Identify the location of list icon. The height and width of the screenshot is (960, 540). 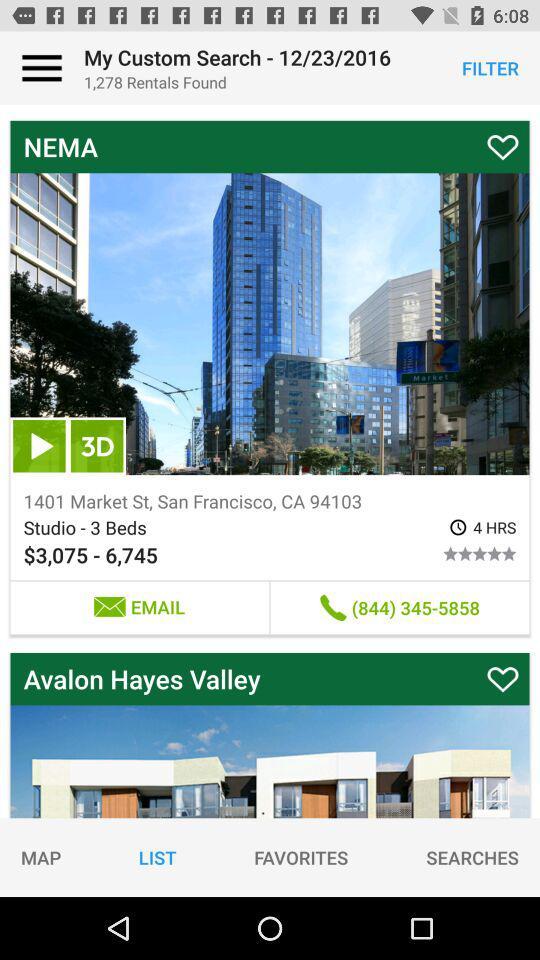
(156, 856).